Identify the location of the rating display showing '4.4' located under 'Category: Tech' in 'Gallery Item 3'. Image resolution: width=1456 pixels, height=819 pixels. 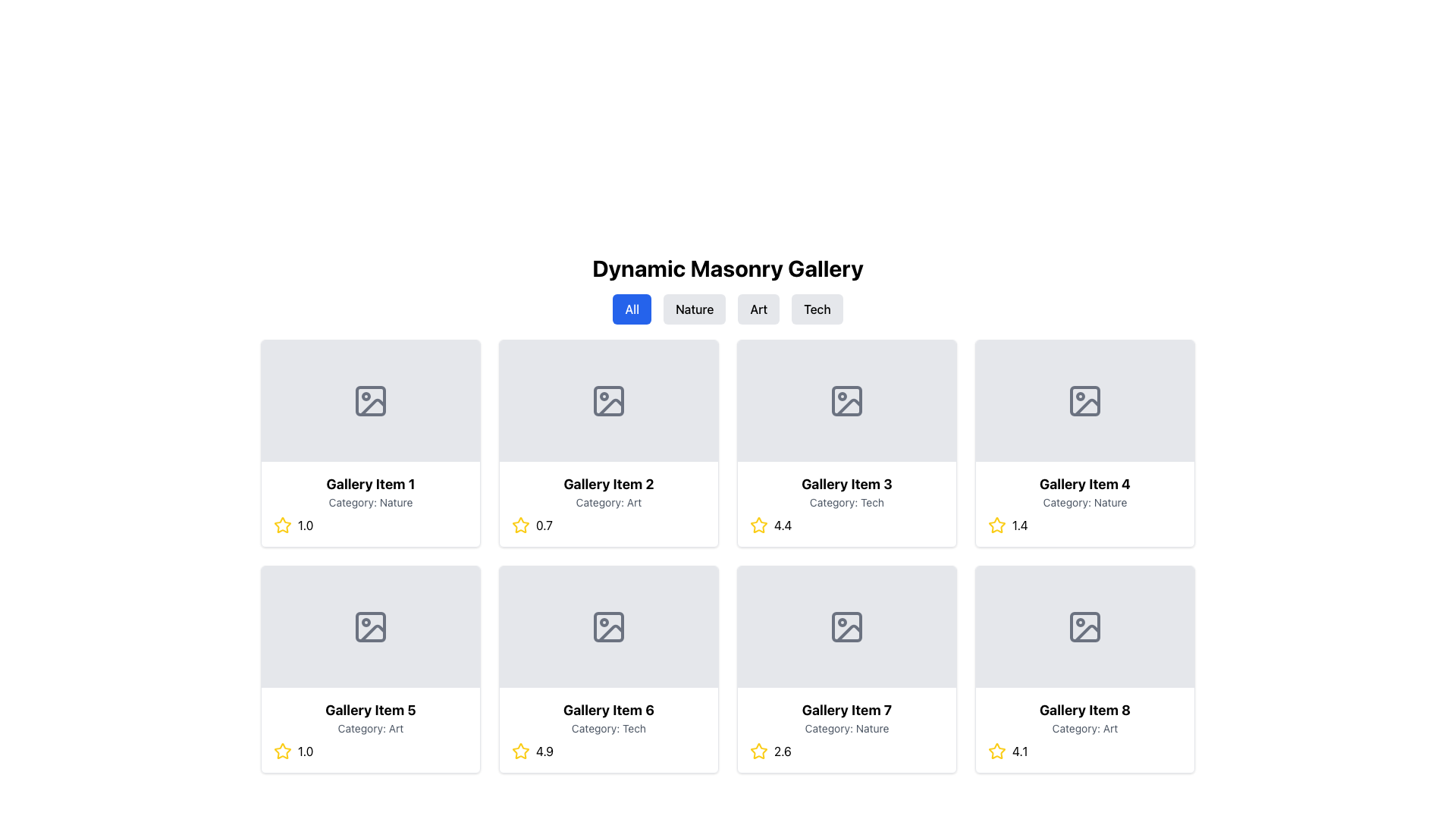
(846, 525).